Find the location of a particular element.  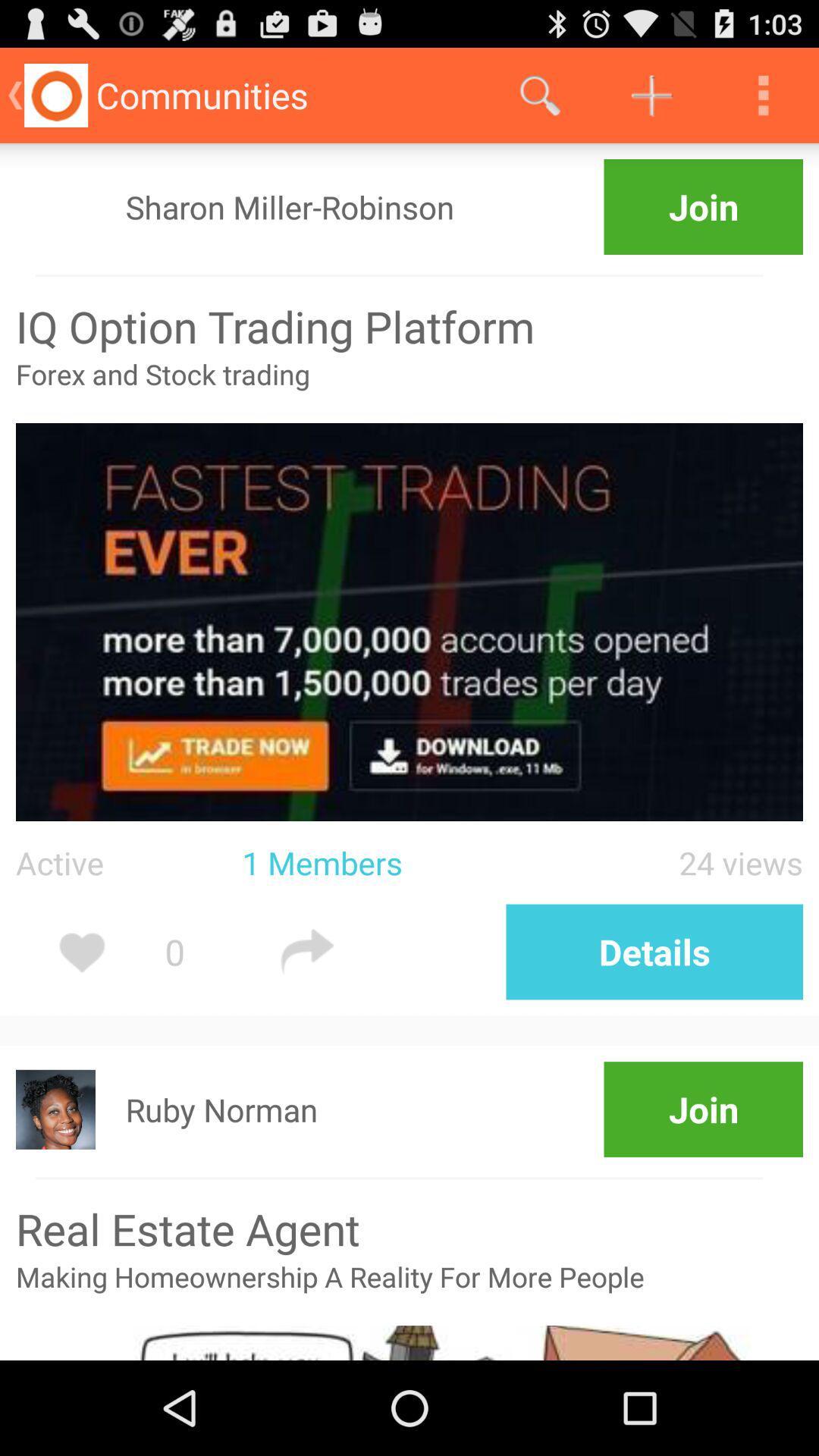

item below 0 button is located at coordinates (221, 1109).